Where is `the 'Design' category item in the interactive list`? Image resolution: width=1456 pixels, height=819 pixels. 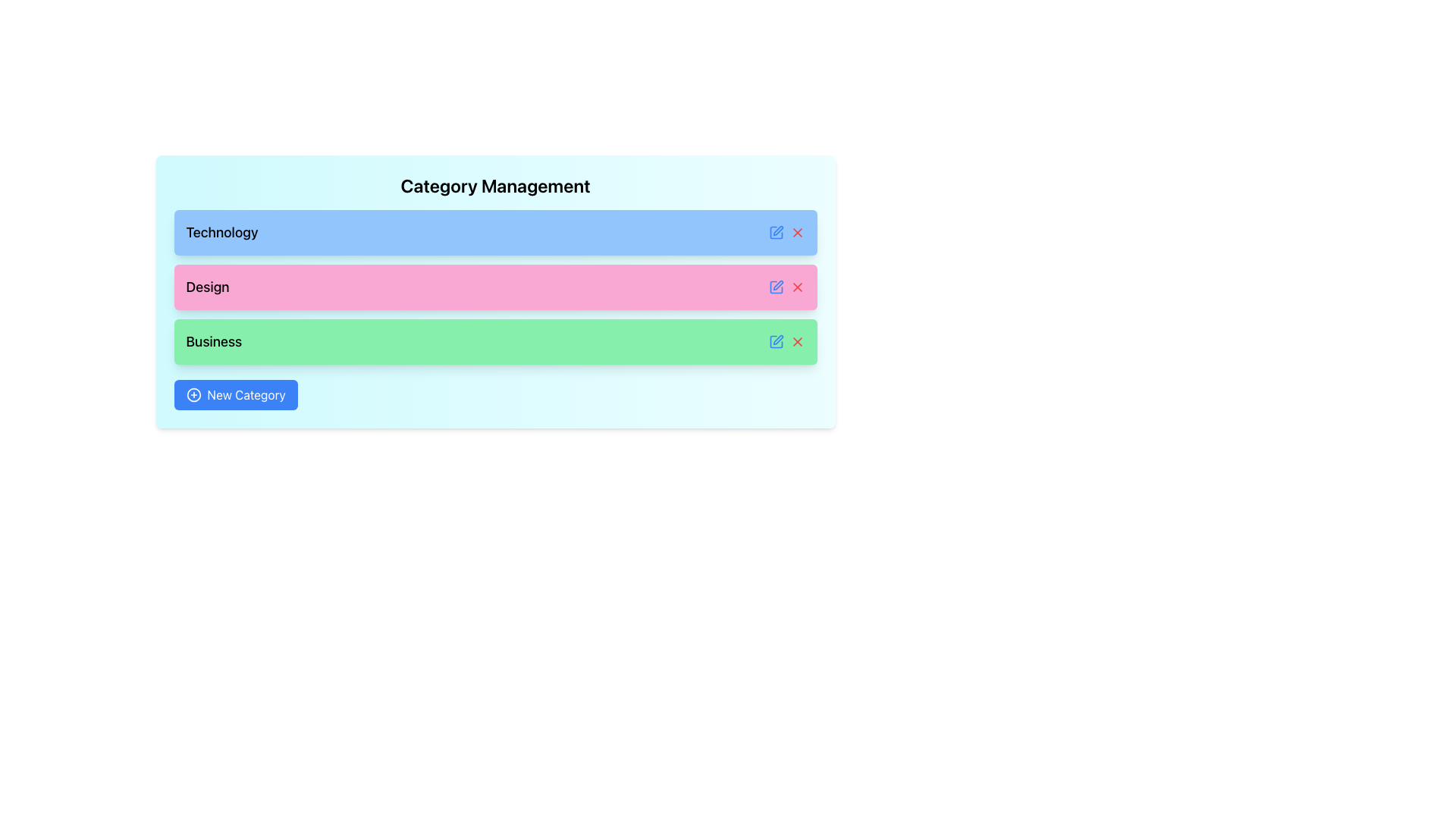 the 'Design' category item in the interactive list is located at coordinates (495, 292).